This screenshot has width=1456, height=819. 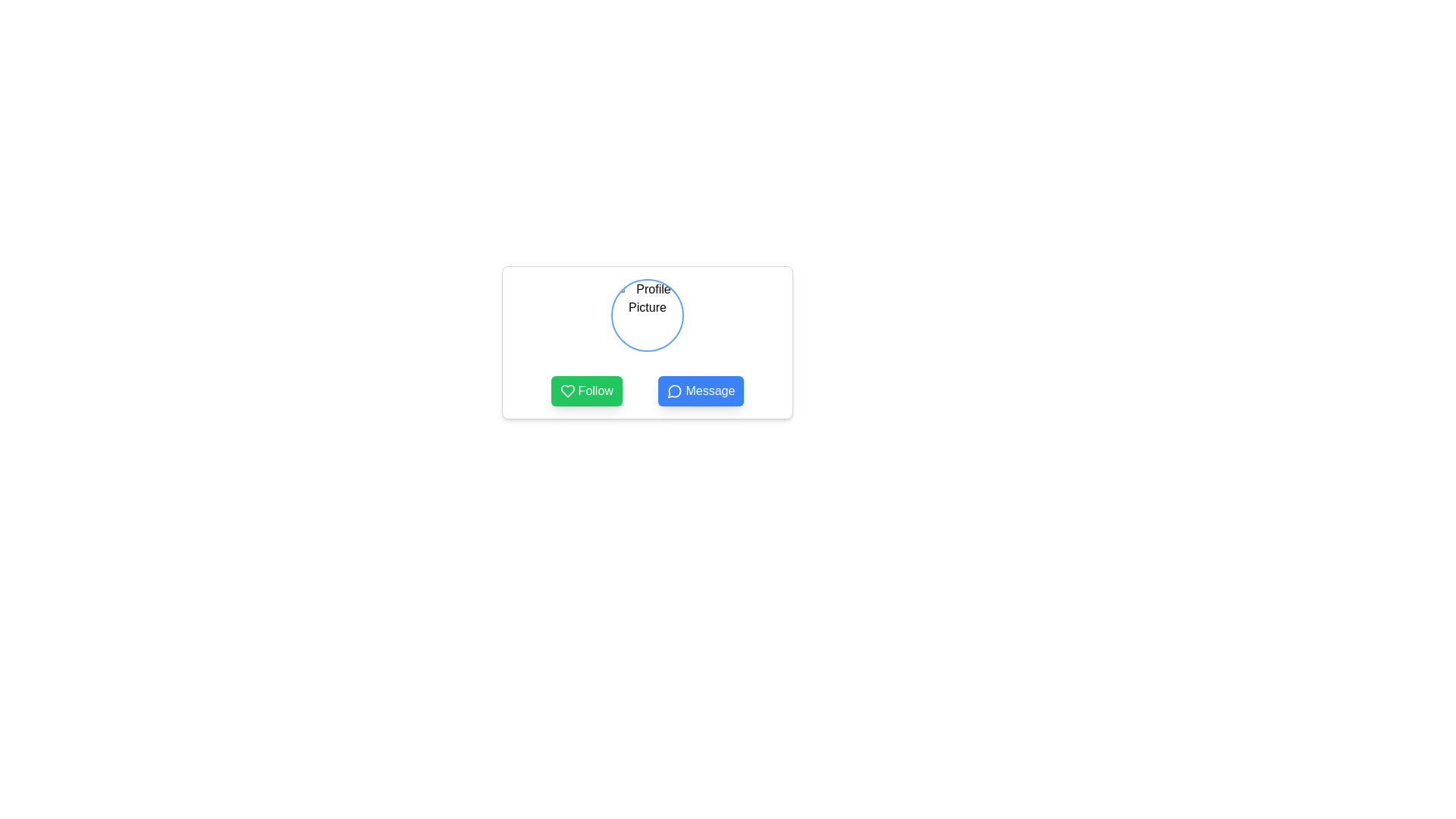 What do you see at coordinates (566, 391) in the screenshot?
I see `the heart-shaped icon located below the circular profile picture to favorite` at bounding box center [566, 391].